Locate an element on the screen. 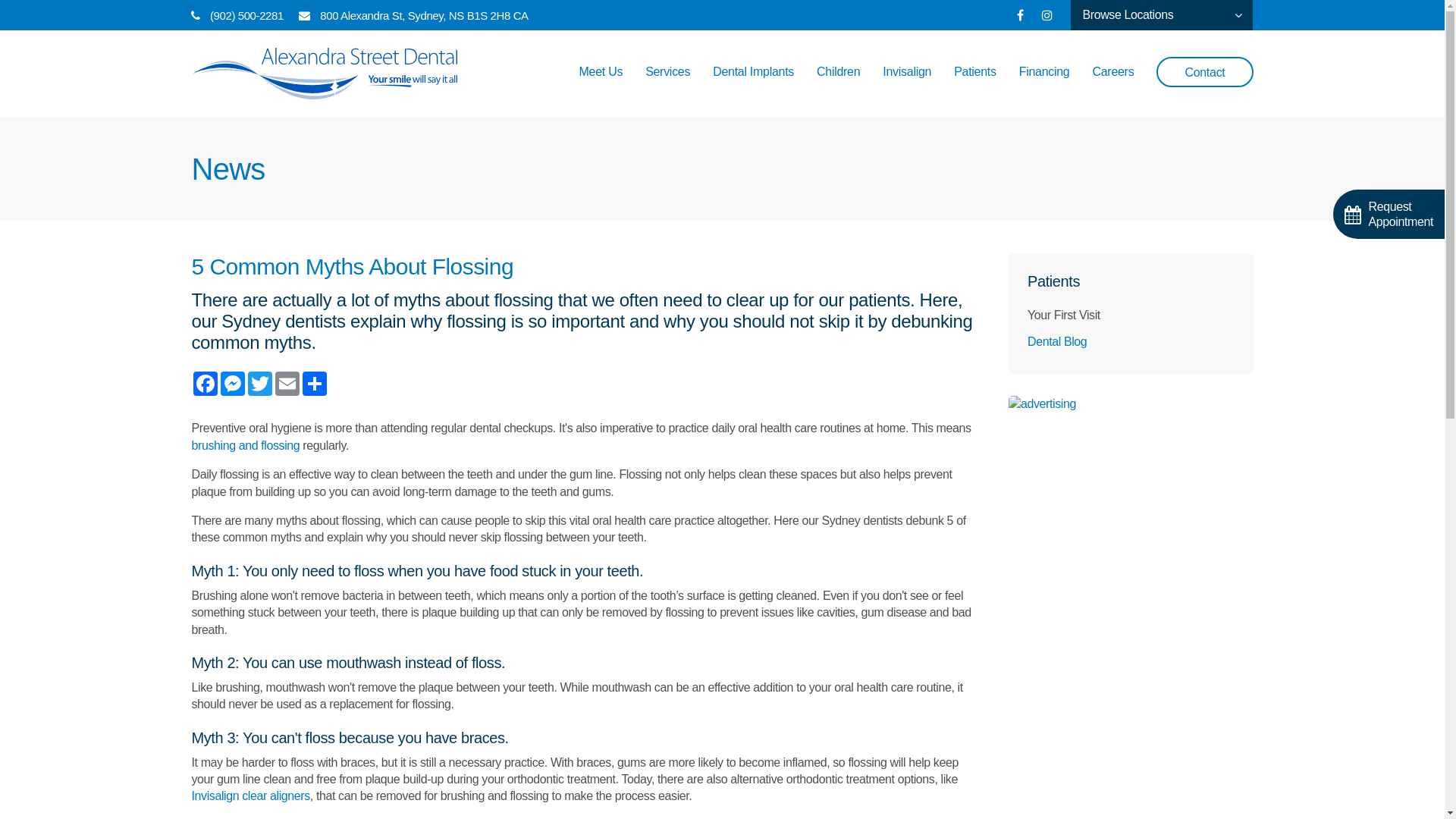 The height and width of the screenshot is (819, 1456). 'Share' is located at coordinates (312, 382).